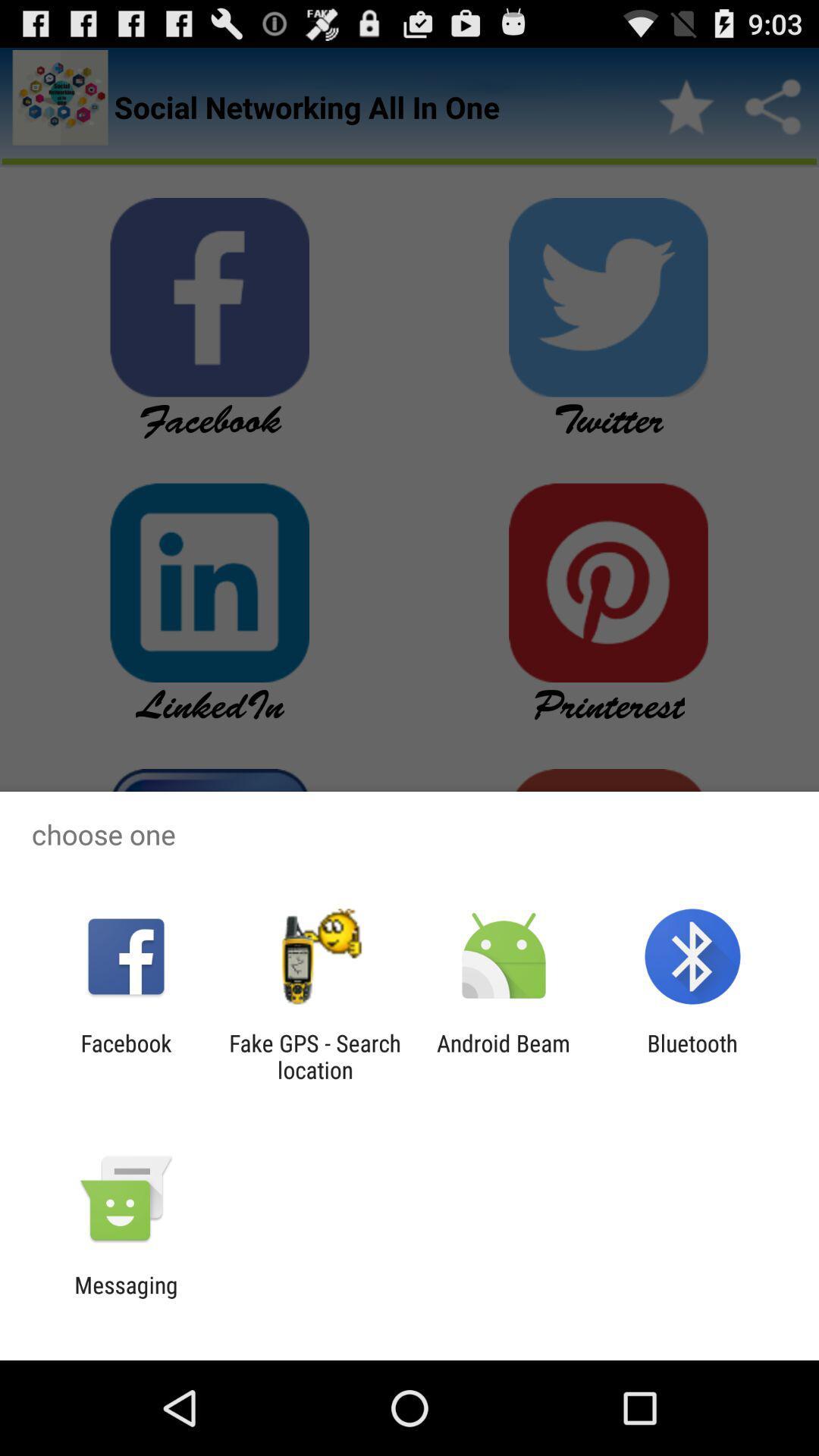 Image resolution: width=819 pixels, height=1456 pixels. I want to click on bluetooth, so click(692, 1056).